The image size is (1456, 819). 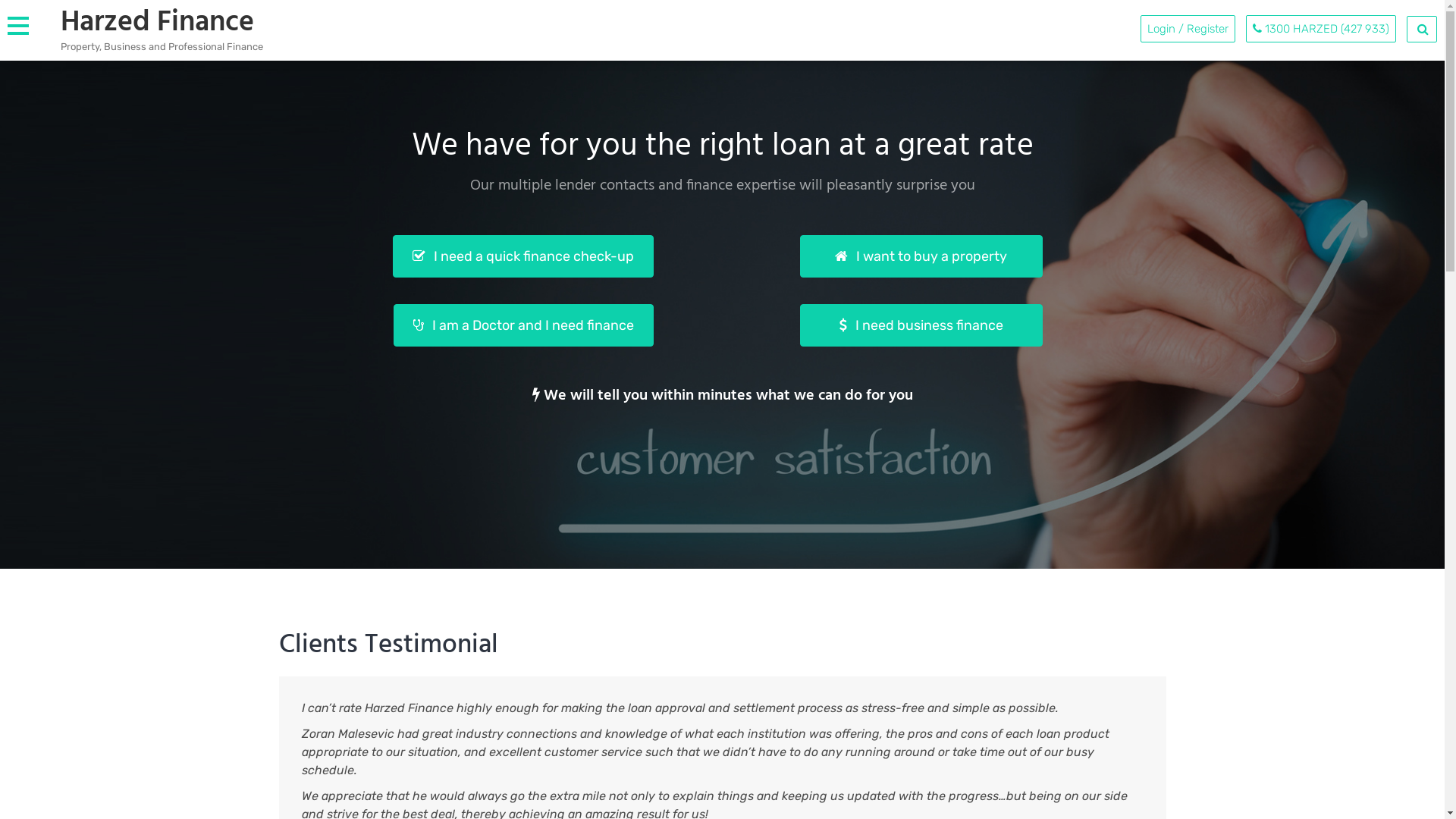 What do you see at coordinates (523, 324) in the screenshot?
I see `'I am a Doctor and I need finance'` at bounding box center [523, 324].